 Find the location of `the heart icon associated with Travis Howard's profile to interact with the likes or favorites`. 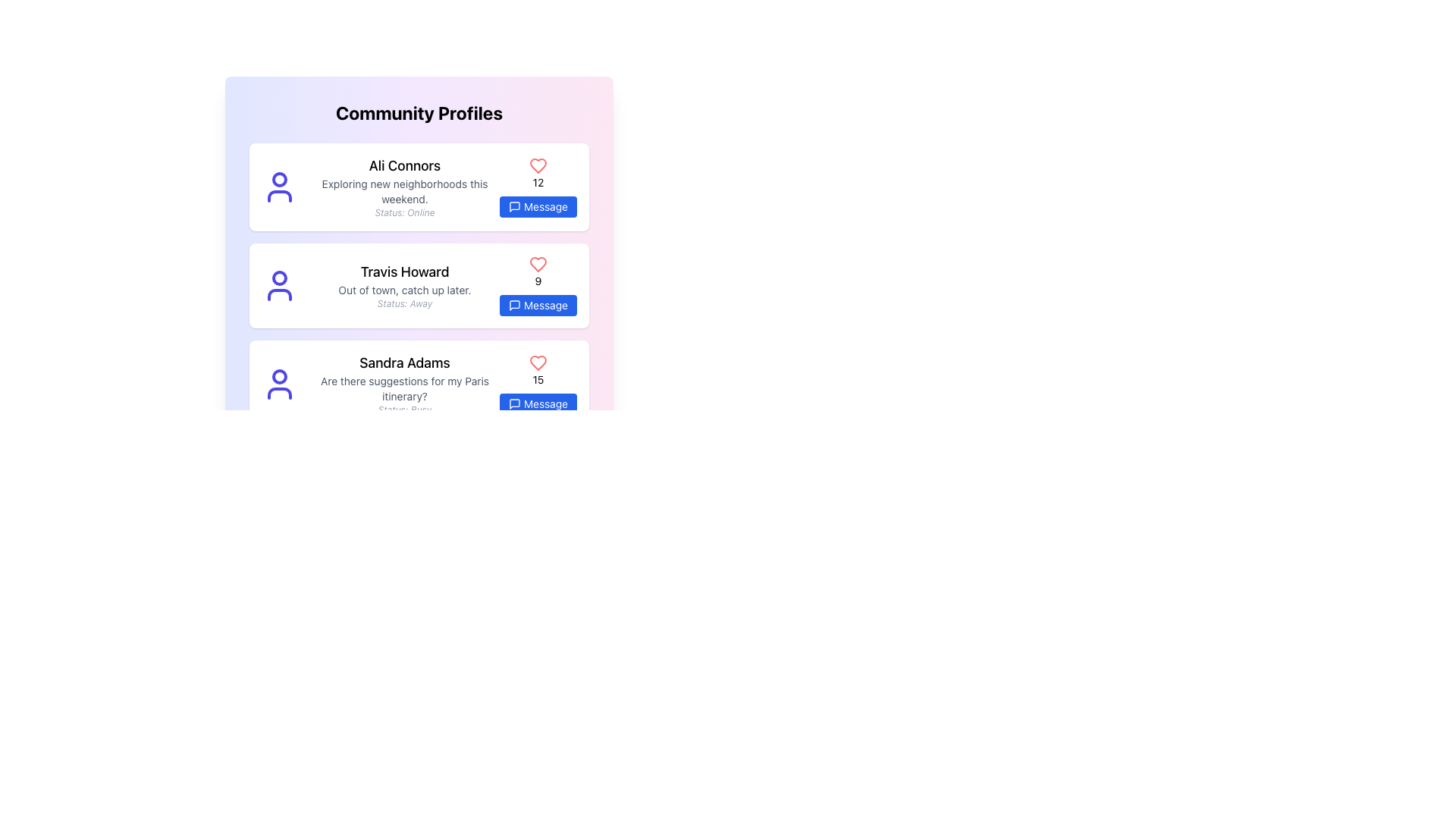

the heart icon associated with Travis Howard's profile to interact with the likes or favorites is located at coordinates (538, 263).